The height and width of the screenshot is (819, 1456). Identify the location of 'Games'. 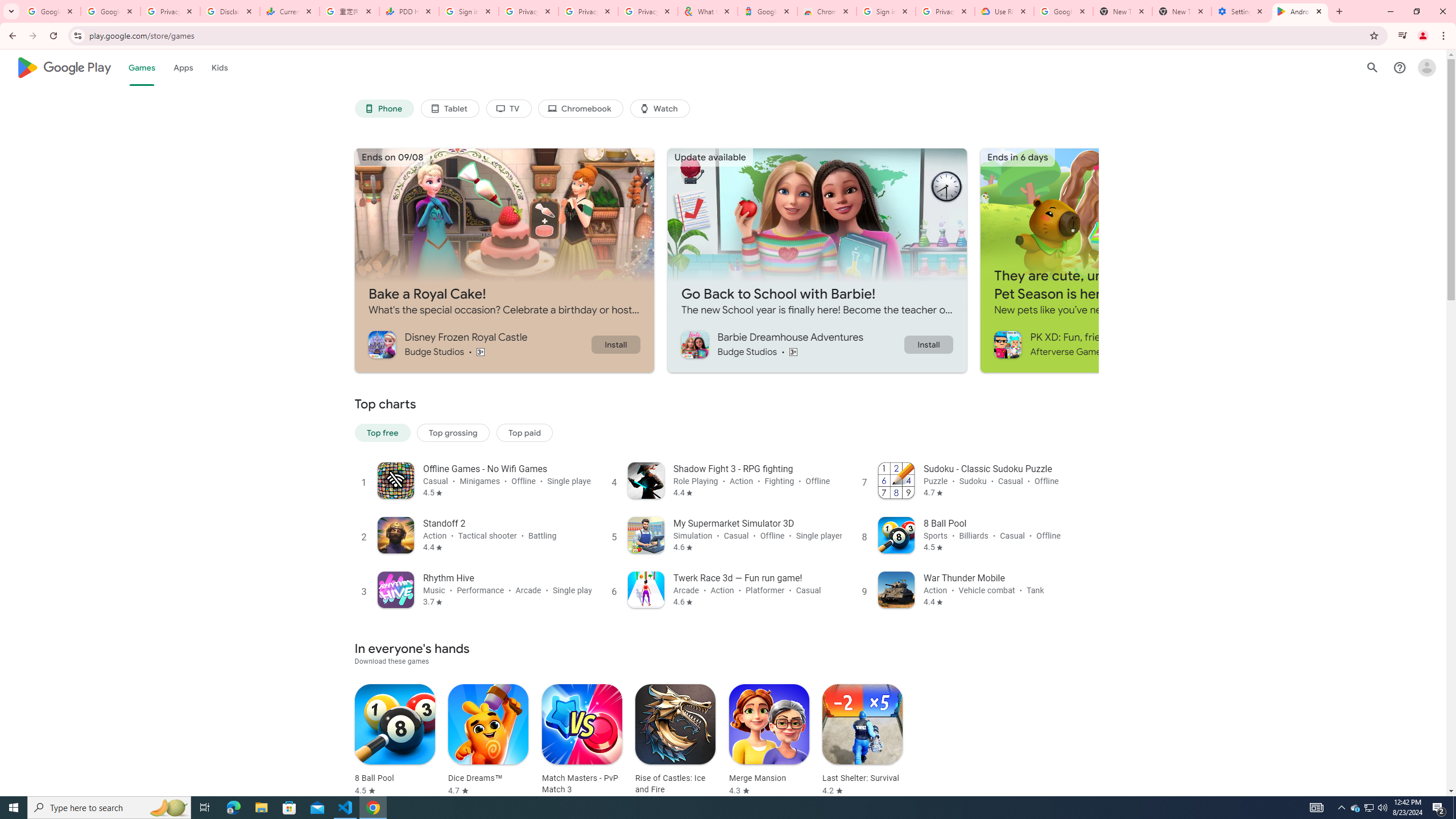
(141, 67).